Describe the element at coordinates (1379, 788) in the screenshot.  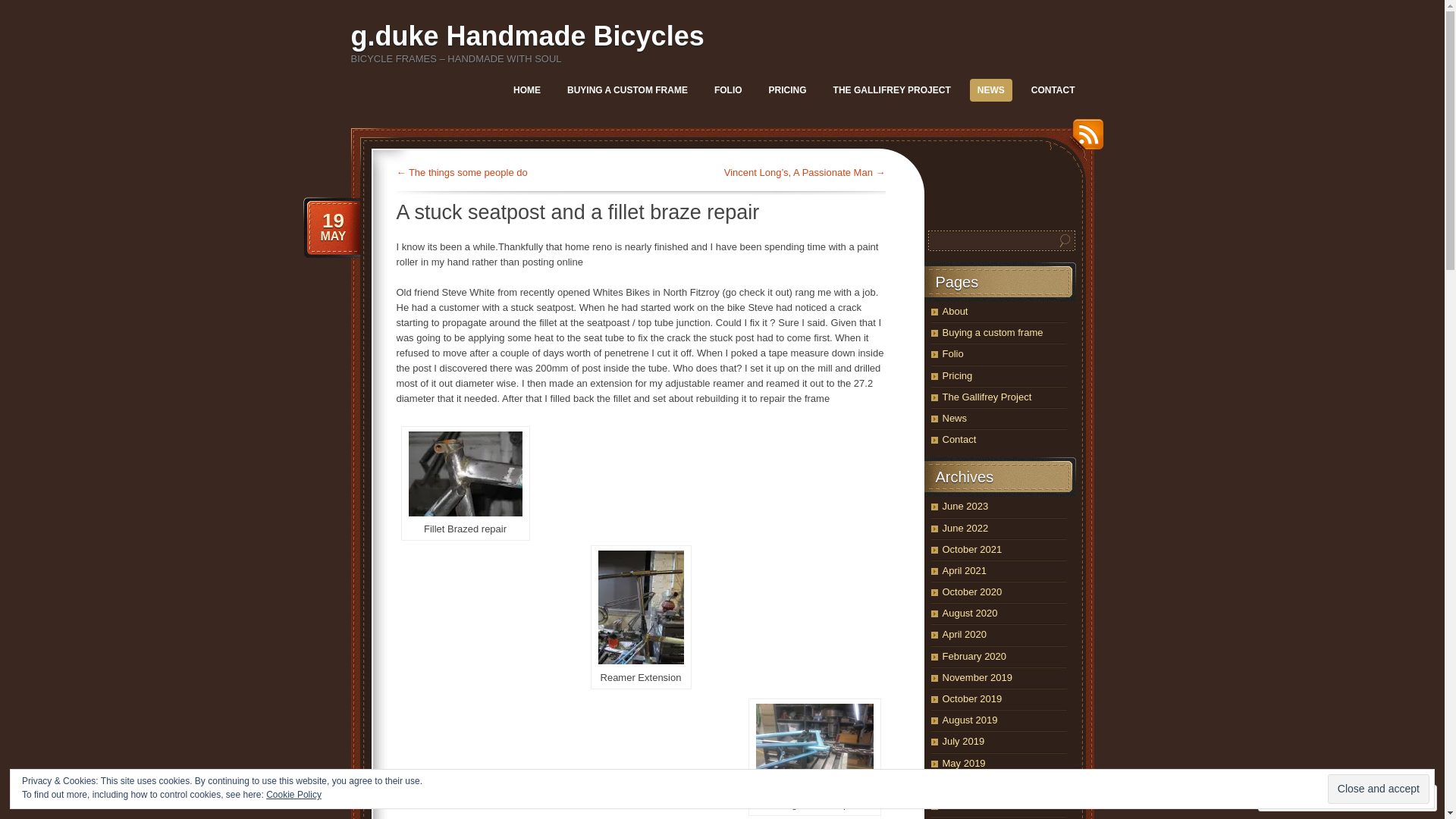
I see `'Close and accept'` at that location.